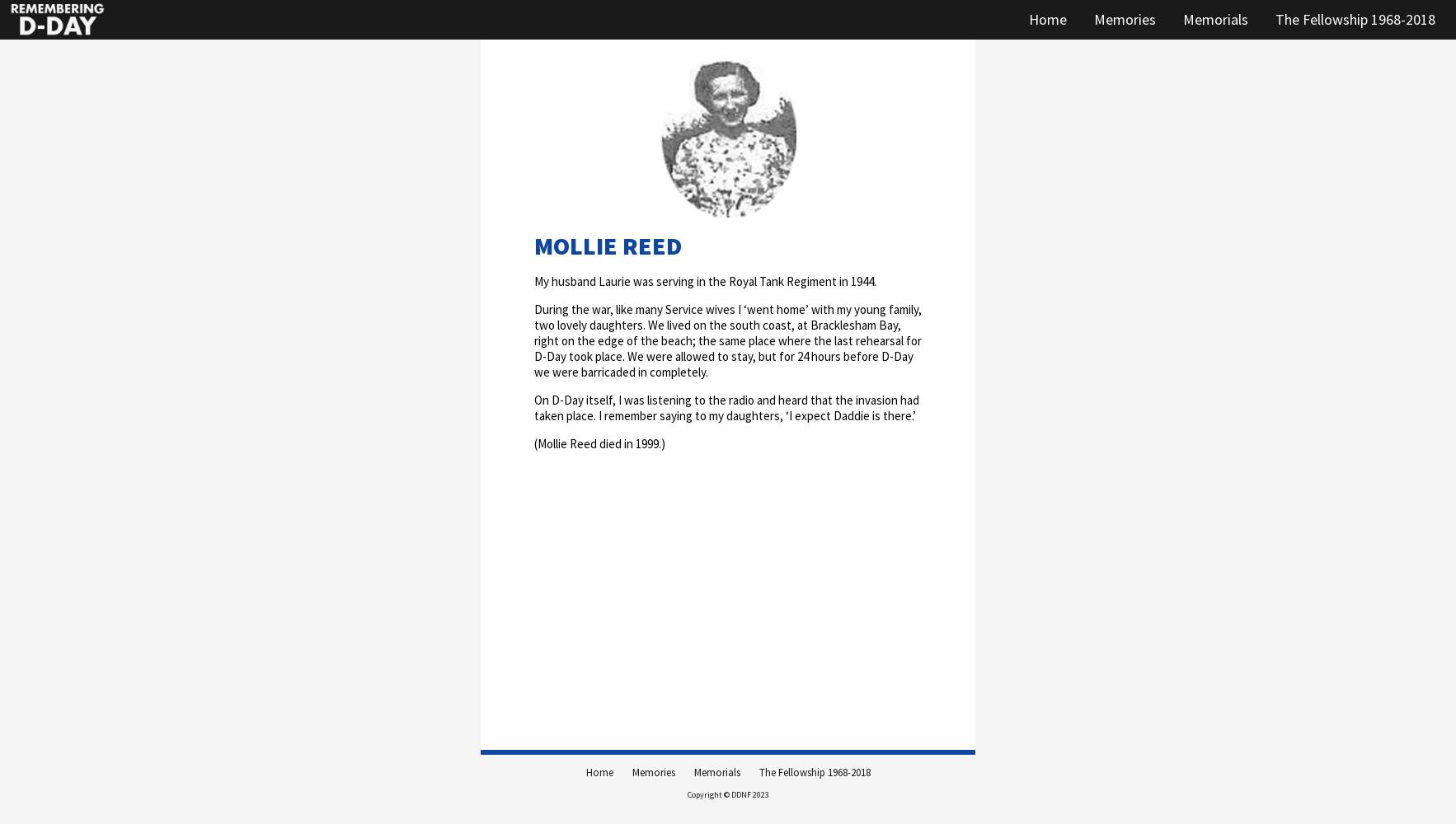 The width and height of the screenshot is (1456, 824). What do you see at coordinates (728, 340) in the screenshot?
I see `'During the war, like many Service wives I ‘went home’ with my young family, two lovely daughters. We lived on the south coast, at Bracklesham Bay, right on the edge of the beach; the same place where the last rehearsal for D-Day took place. We were allowed to stay, but for 24 hours before D-Day we were barricaded in completely.'` at bounding box center [728, 340].